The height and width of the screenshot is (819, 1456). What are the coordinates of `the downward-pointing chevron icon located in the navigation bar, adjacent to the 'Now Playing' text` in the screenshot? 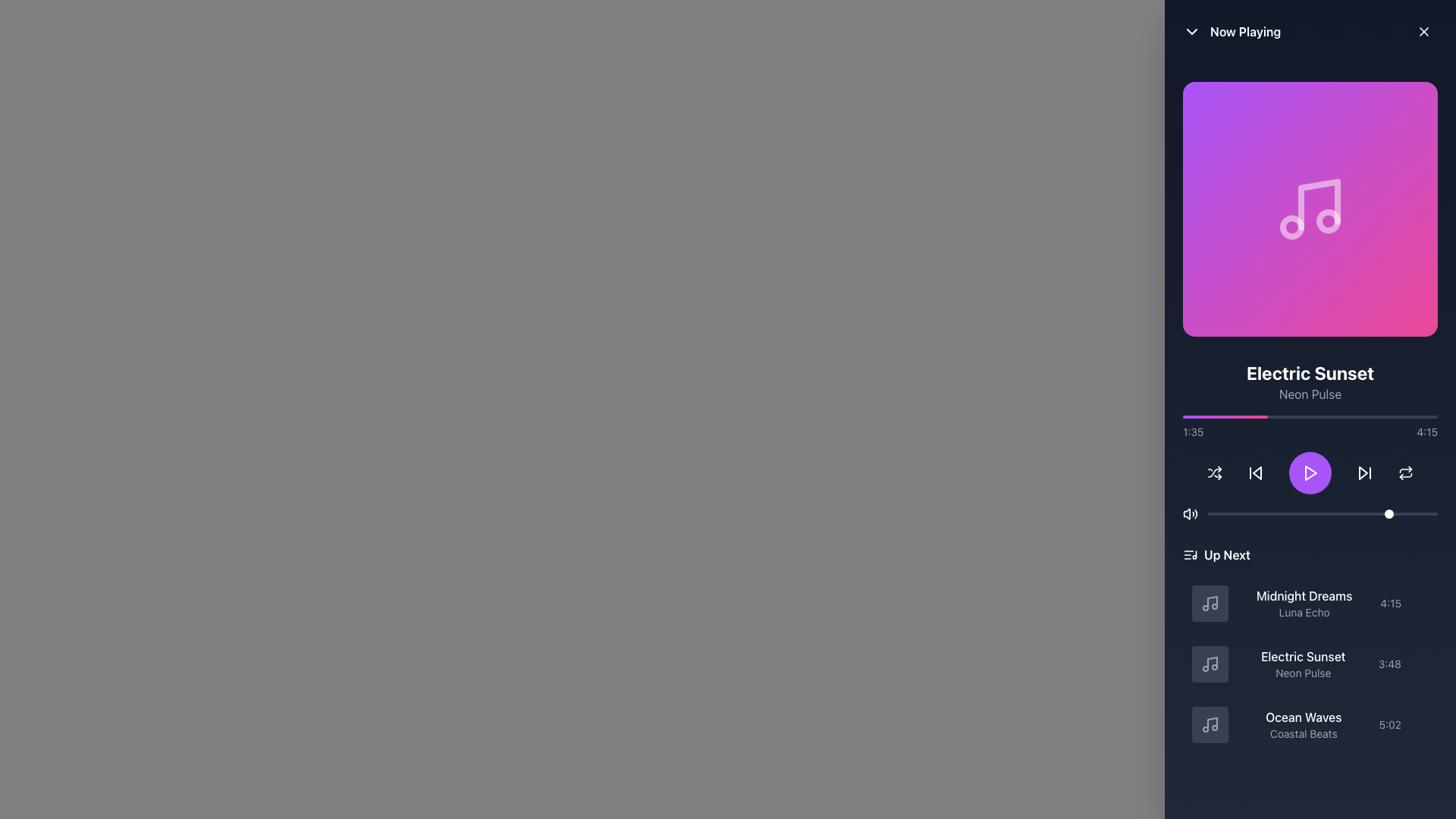 It's located at (1191, 32).